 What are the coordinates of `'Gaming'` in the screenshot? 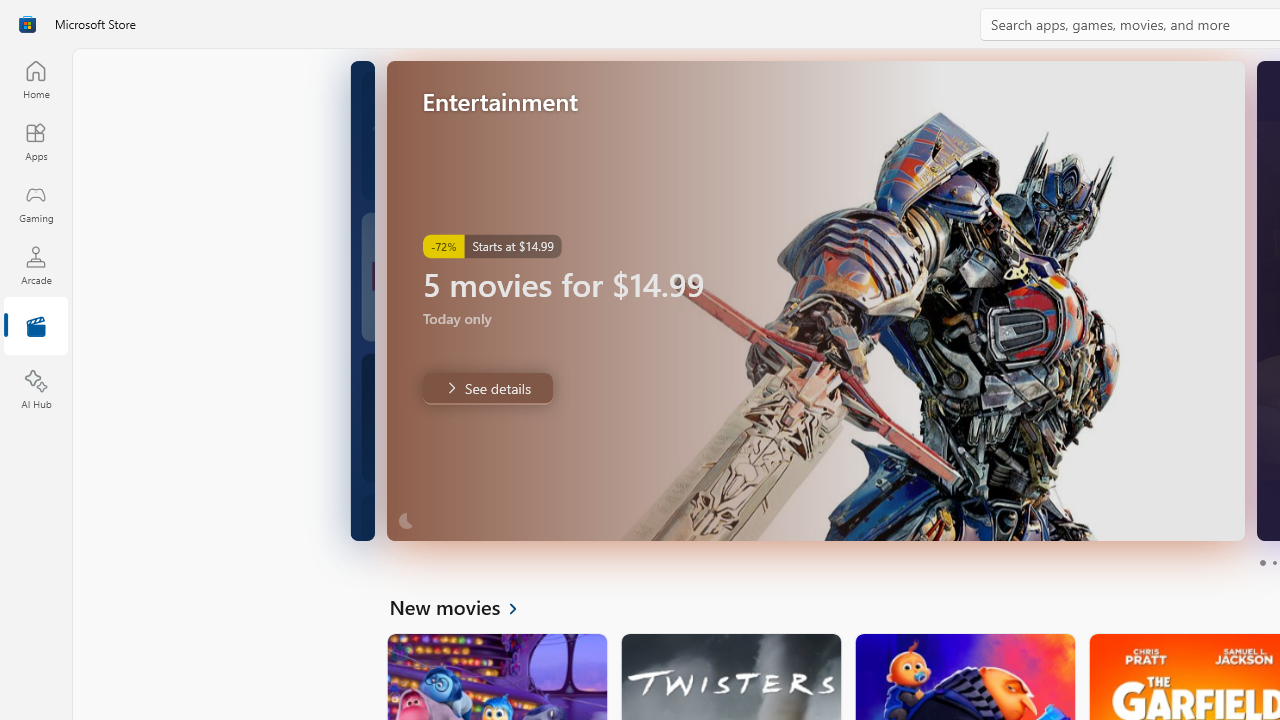 It's located at (35, 203).